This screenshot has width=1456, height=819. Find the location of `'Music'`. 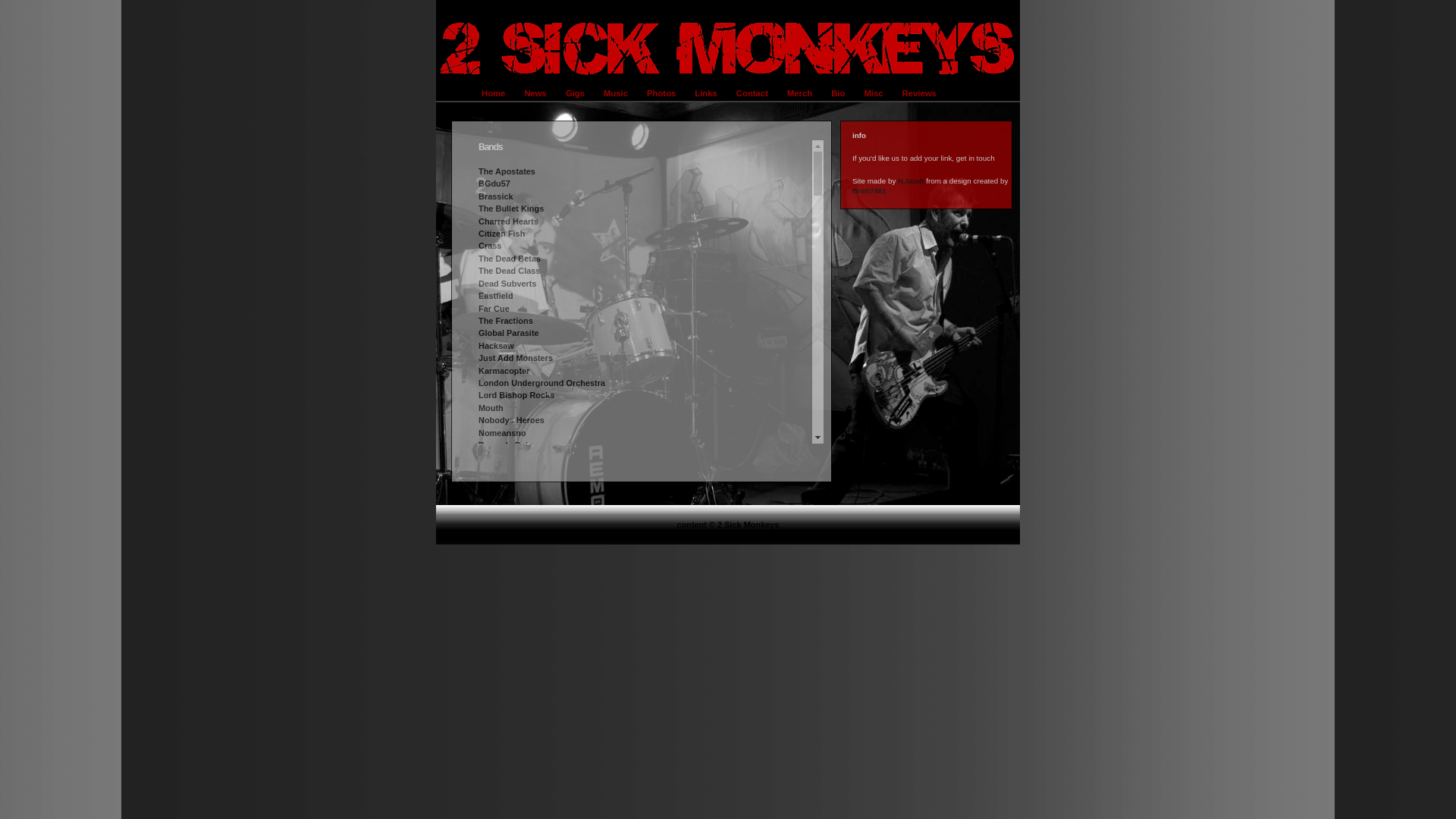

'Music' is located at coordinates (617, 93).